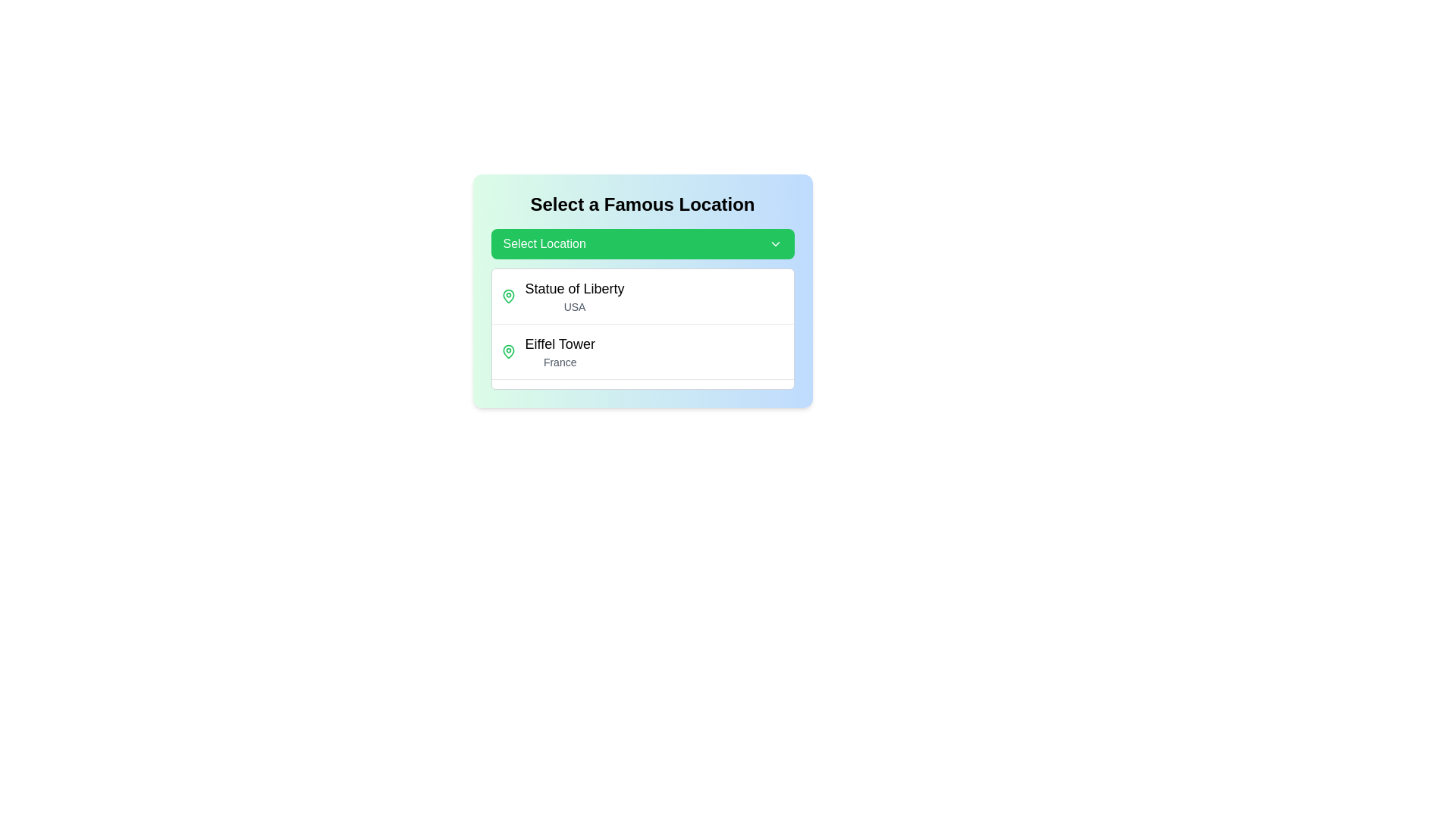 This screenshot has height=819, width=1456. I want to click on the visual marker icon indicating the location of the Eiffel Tower, which is positioned to the left of the text 'Eiffel Tower', so click(508, 351).